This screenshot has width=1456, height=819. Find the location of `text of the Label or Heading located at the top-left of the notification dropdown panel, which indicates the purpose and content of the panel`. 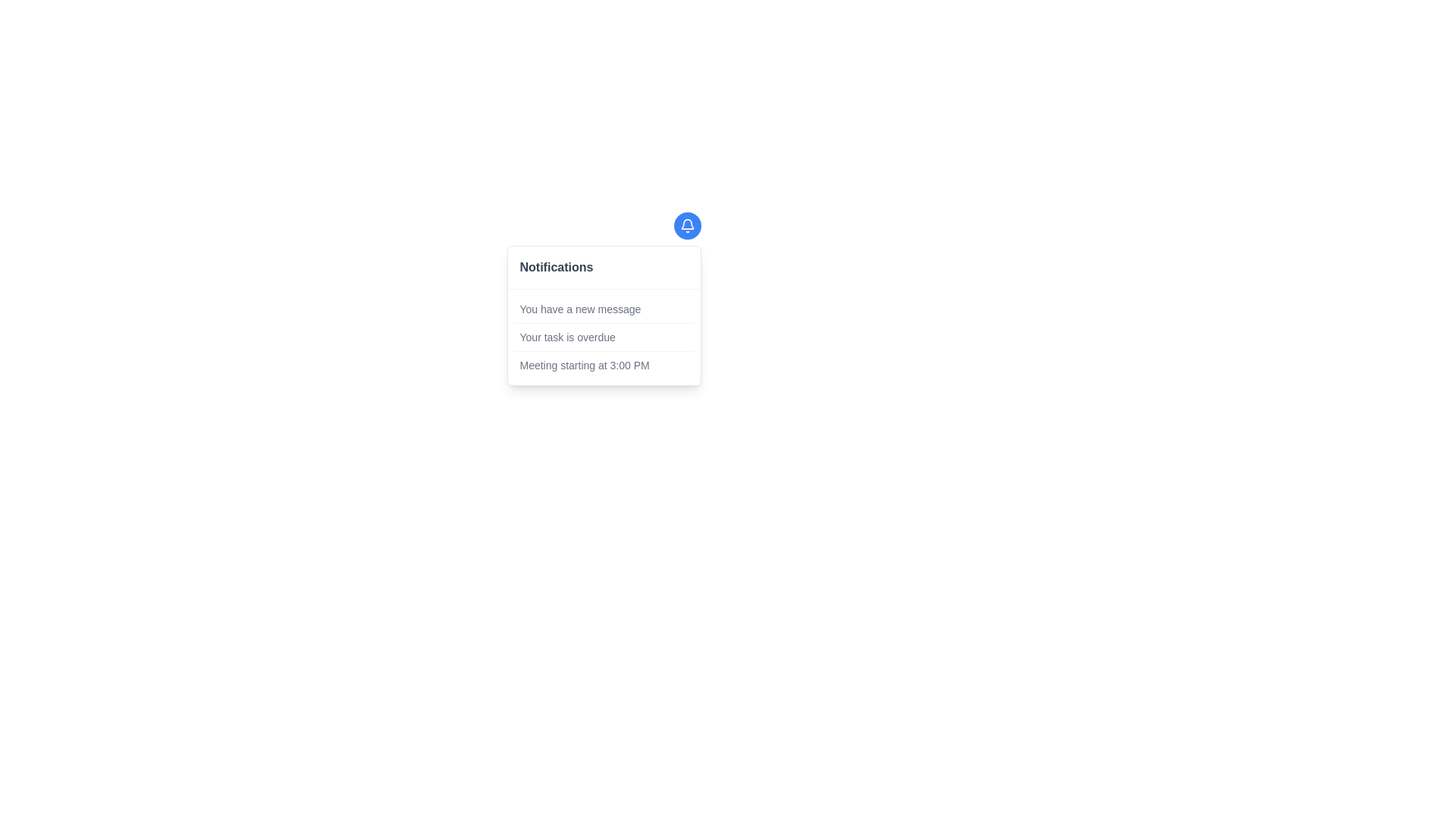

text of the Label or Heading located at the top-left of the notification dropdown panel, which indicates the purpose and content of the panel is located at coordinates (556, 267).